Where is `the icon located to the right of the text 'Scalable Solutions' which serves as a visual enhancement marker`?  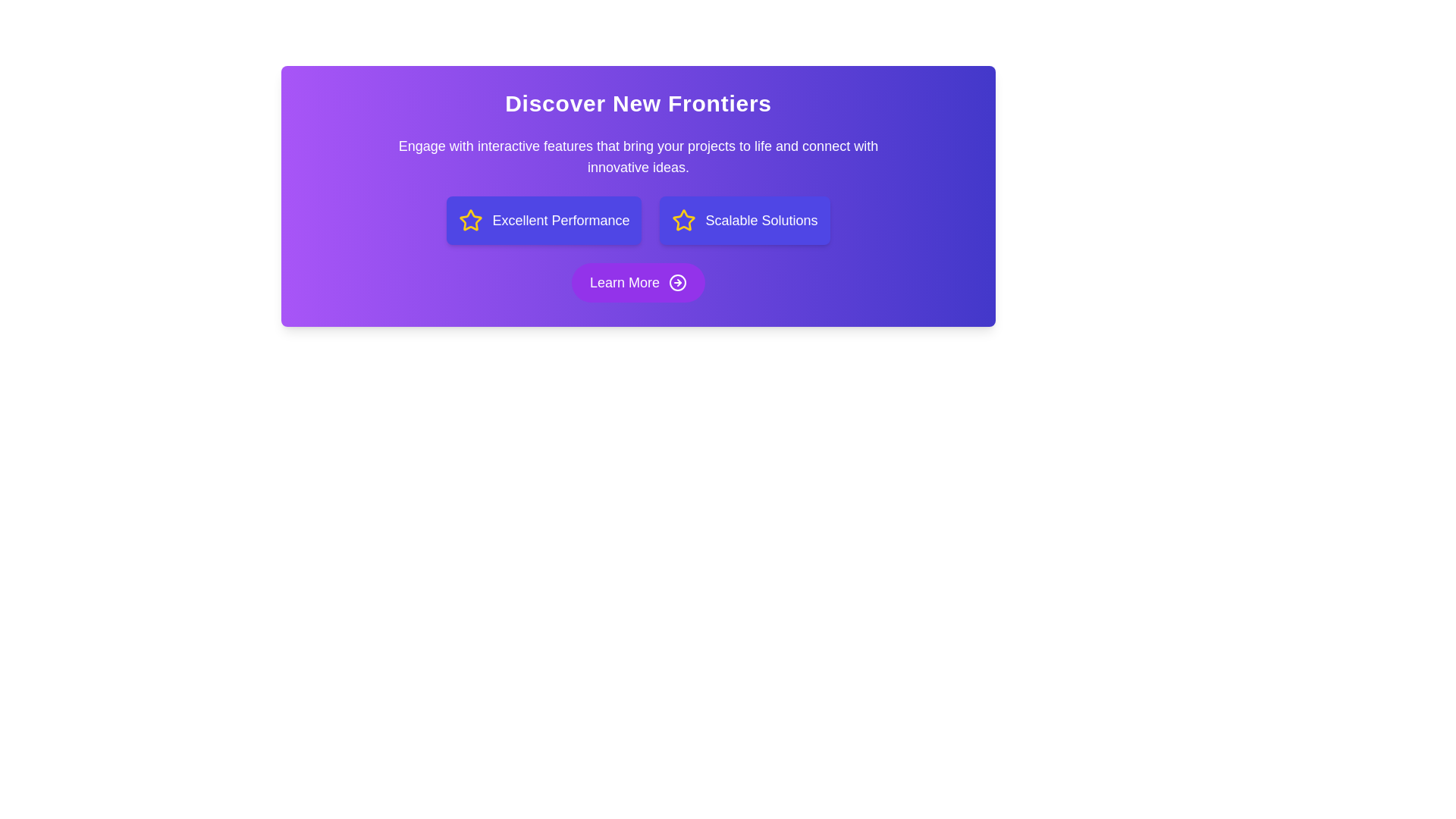
the icon located to the right of the text 'Scalable Solutions' which serves as a visual enhancement marker is located at coordinates (683, 220).